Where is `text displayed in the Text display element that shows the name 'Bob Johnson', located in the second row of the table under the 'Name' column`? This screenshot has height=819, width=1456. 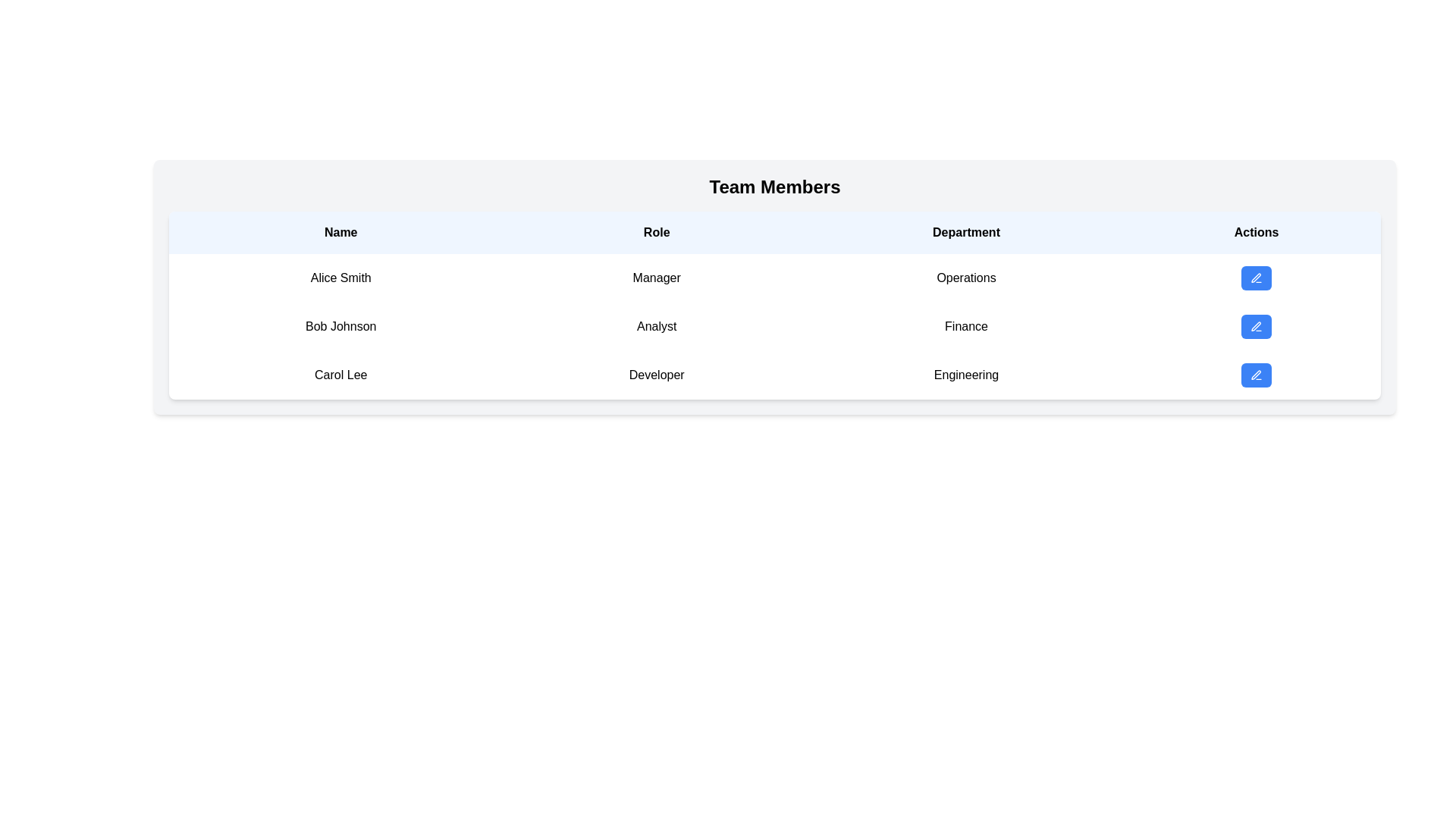 text displayed in the Text display element that shows the name 'Bob Johnson', located in the second row of the table under the 'Name' column is located at coordinates (340, 326).